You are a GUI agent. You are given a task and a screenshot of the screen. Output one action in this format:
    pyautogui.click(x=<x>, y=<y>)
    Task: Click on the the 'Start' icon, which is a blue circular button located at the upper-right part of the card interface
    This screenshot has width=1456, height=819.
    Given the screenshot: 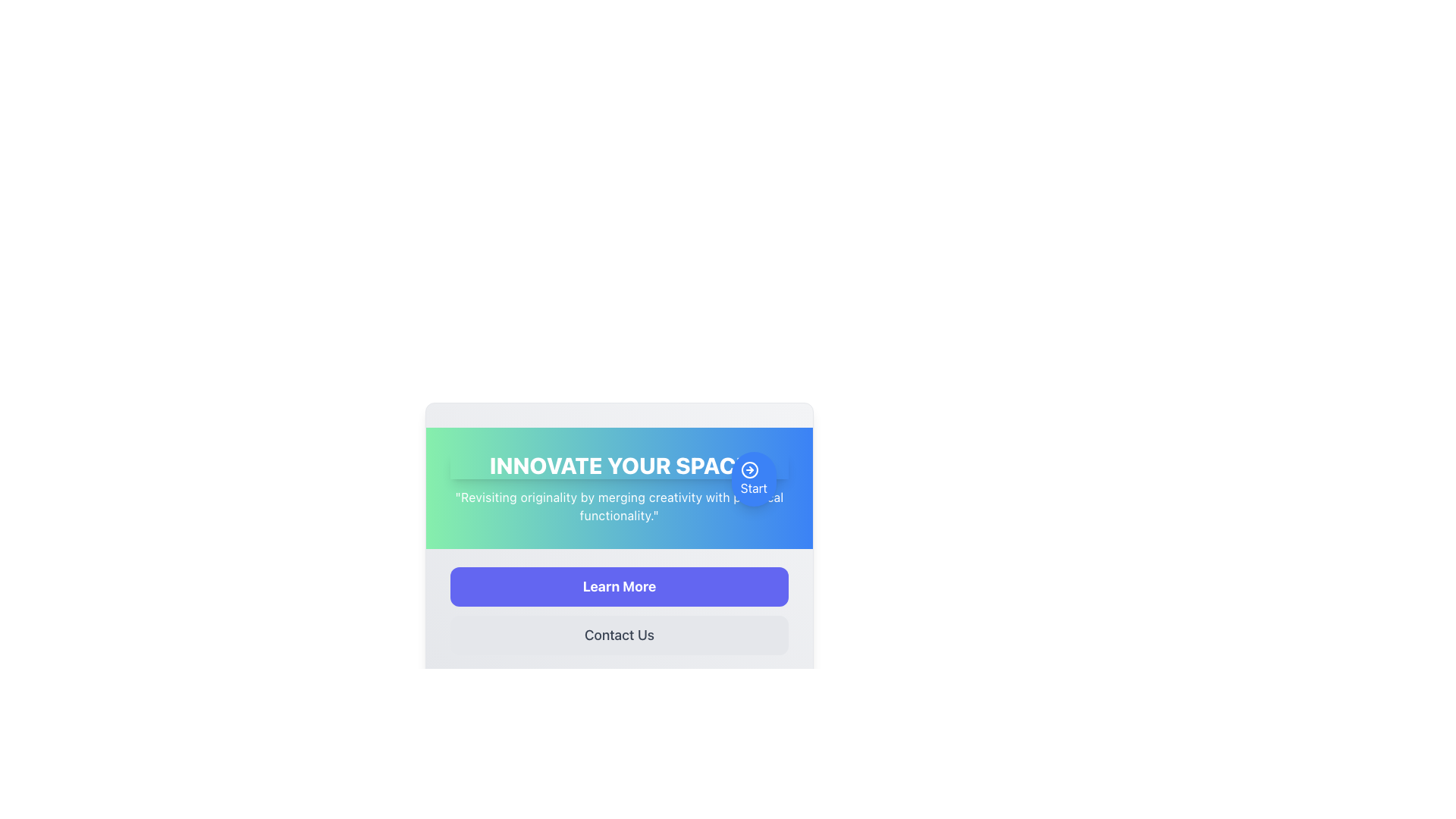 What is the action you would take?
    pyautogui.click(x=749, y=469)
    